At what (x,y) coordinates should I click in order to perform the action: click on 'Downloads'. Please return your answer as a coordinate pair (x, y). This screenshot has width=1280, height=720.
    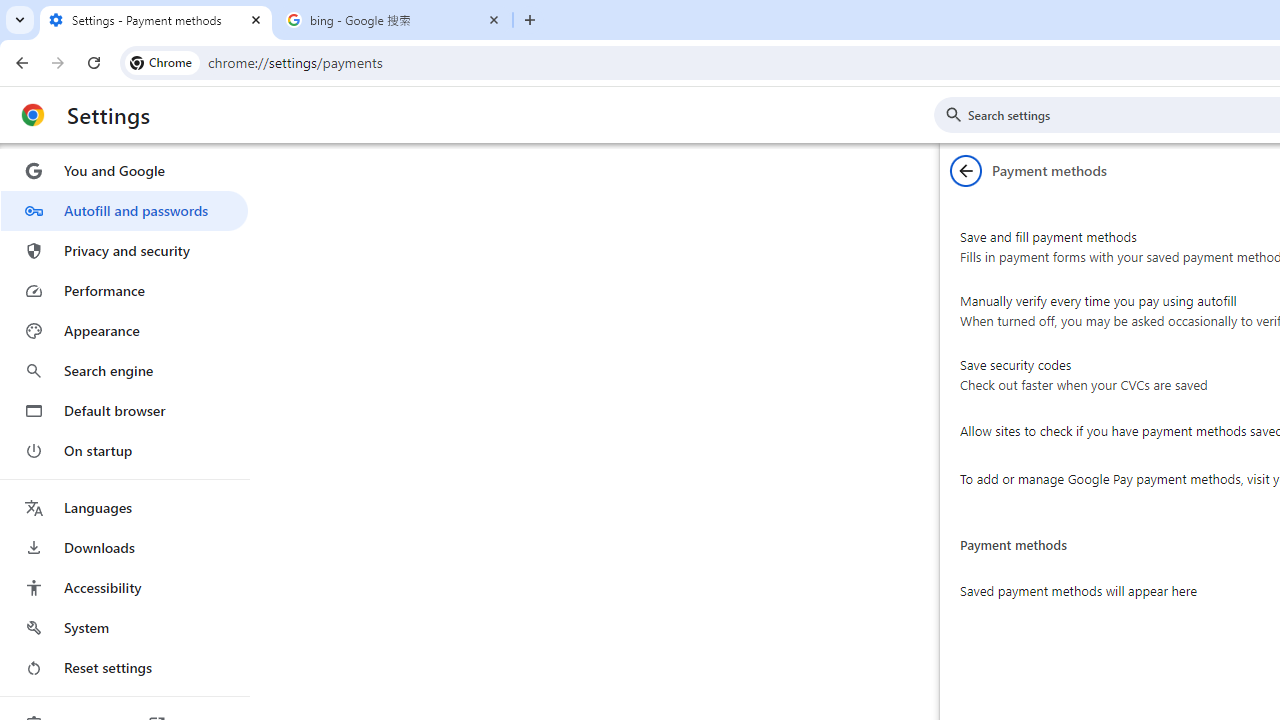
    Looking at the image, I should click on (123, 547).